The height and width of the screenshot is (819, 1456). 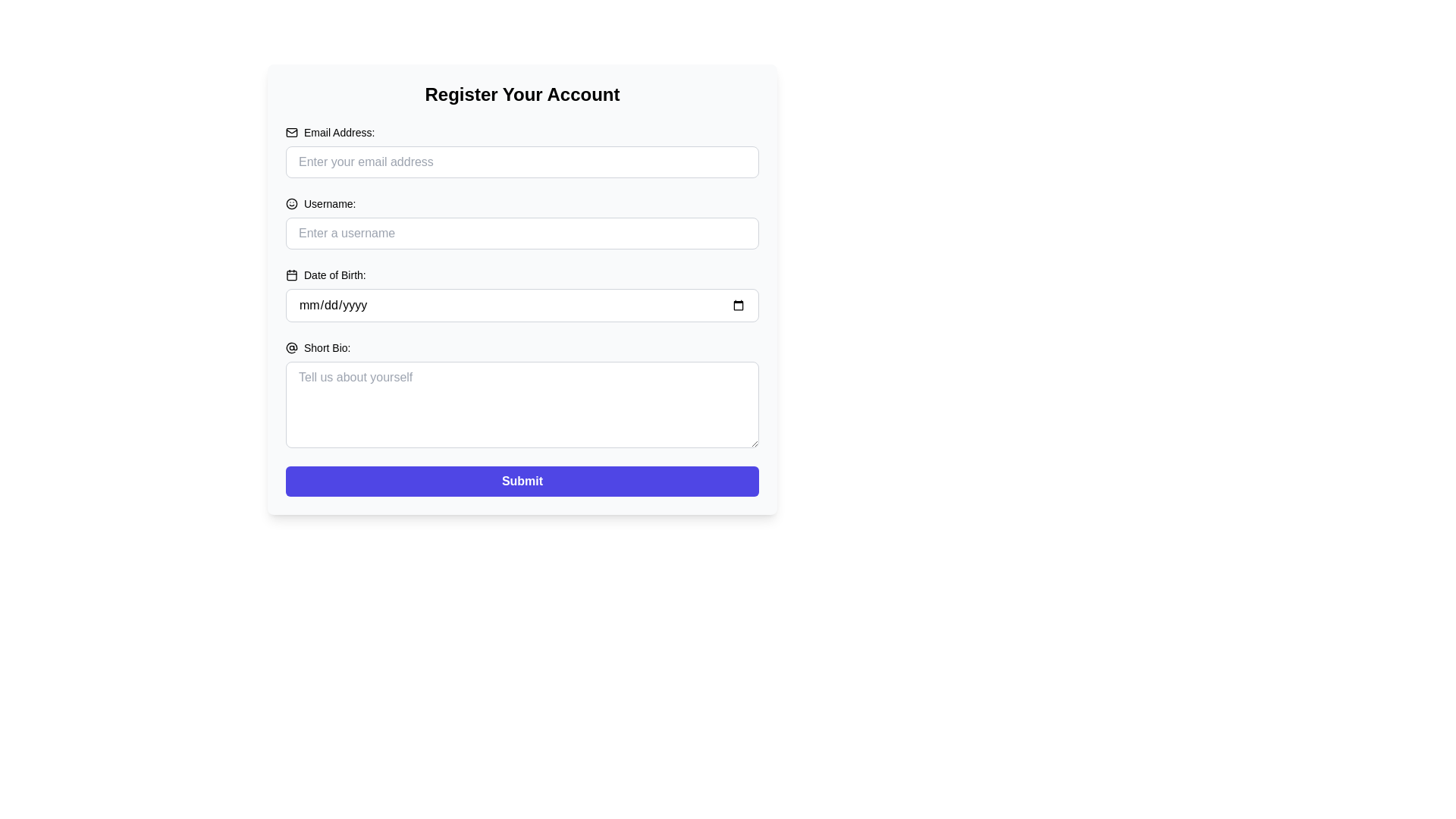 I want to click on the email input box labeled 'Email Address:', so click(x=522, y=152).